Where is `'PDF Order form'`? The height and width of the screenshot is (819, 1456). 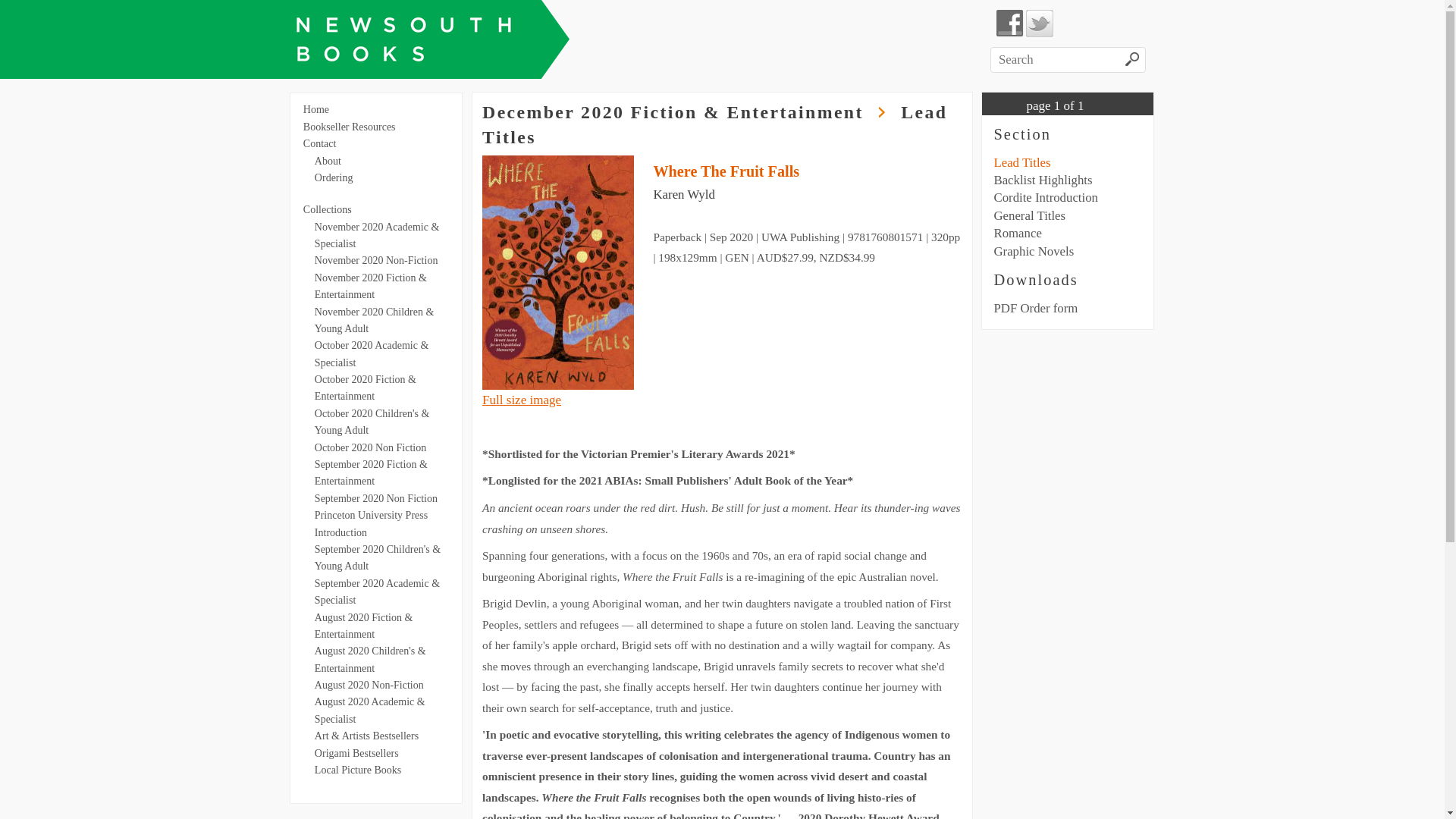
'PDF Order form' is located at coordinates (1034, 307).